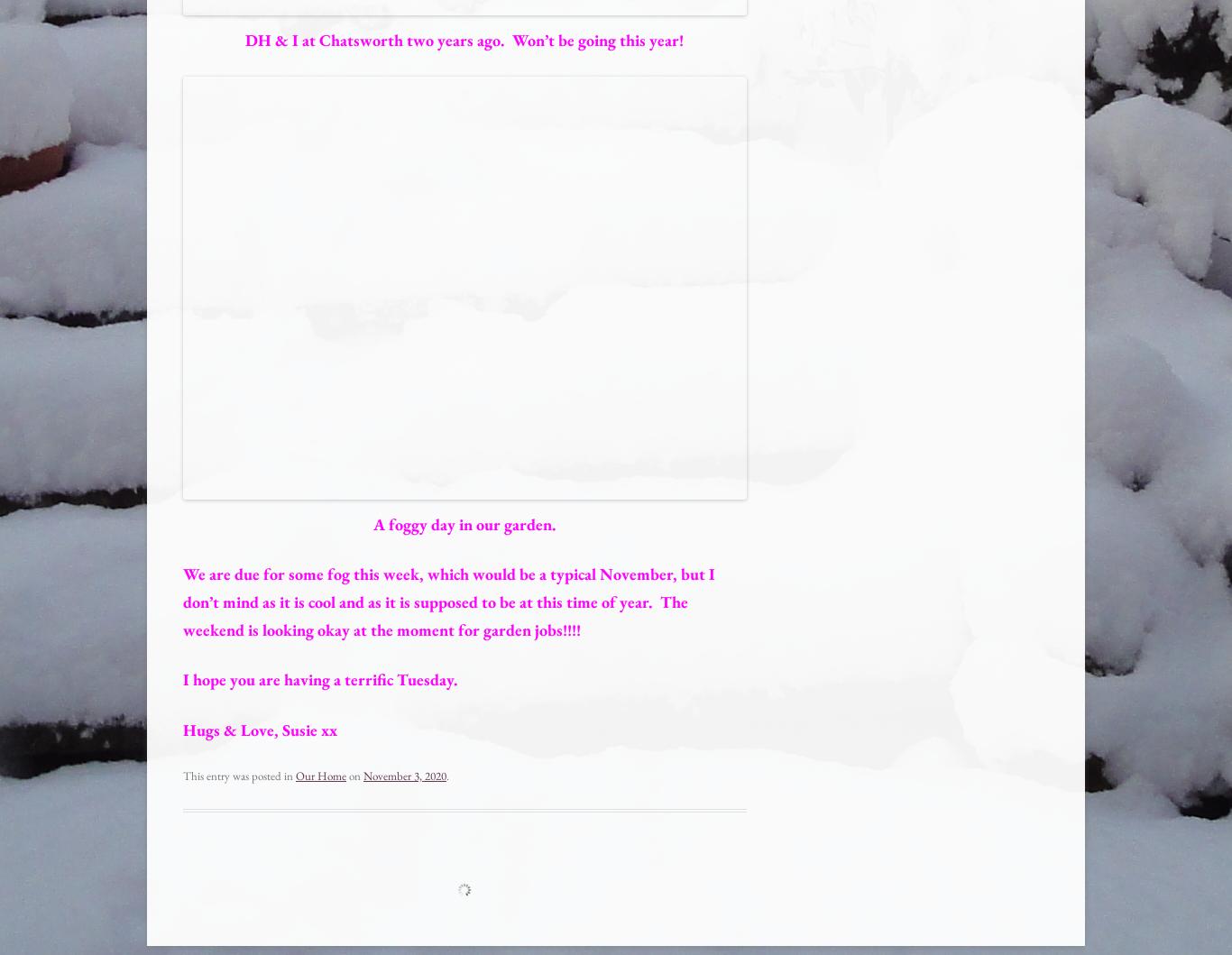 The width and height of the screenshot is (1232, 955). What do you see at coordinates (260, 728) in the screenshot?
I see `'Hugs & Love, Susie xx'` at bounding box center [260, 728].